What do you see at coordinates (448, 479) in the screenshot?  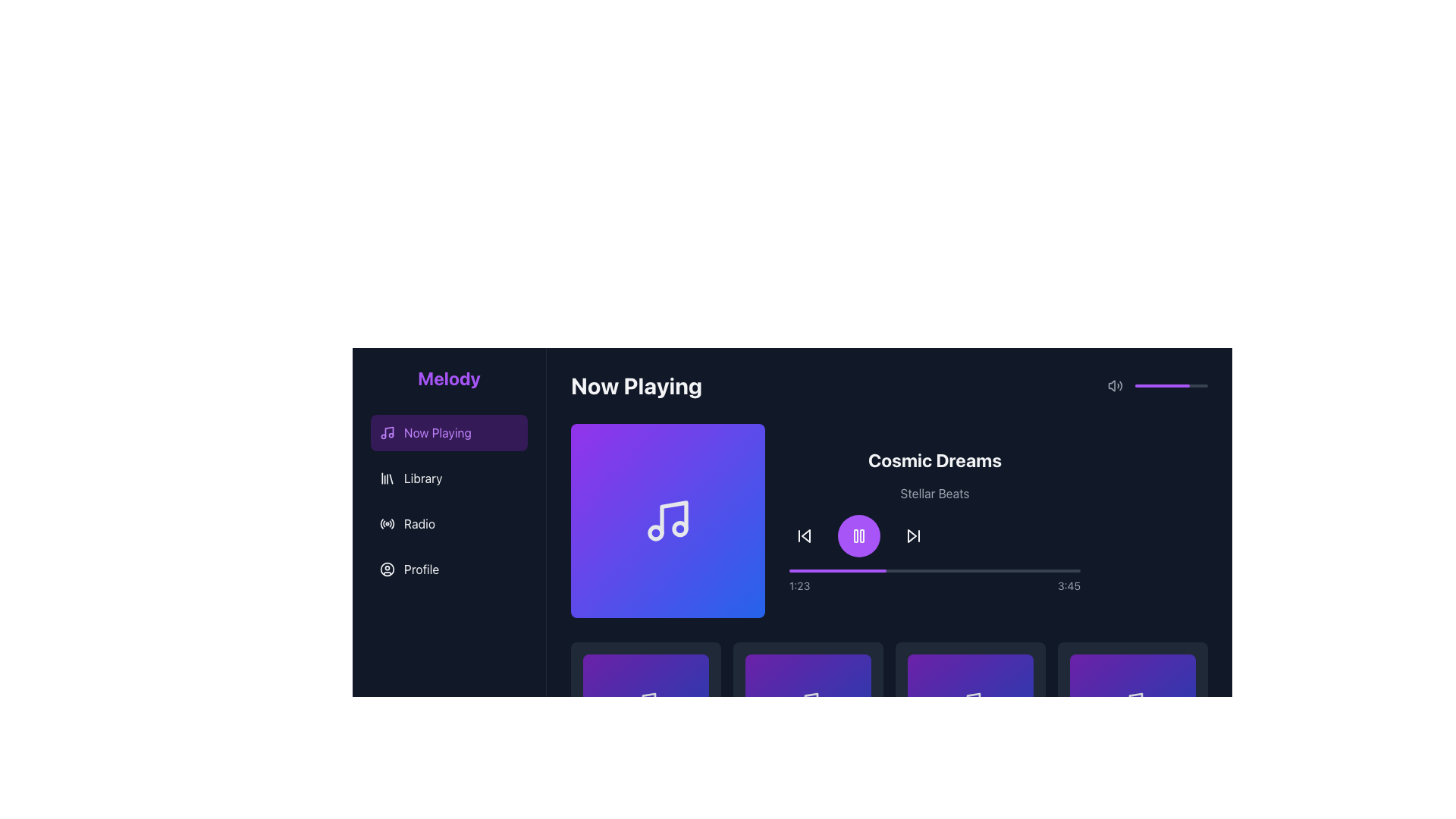 I see `the 'Library' button in the left sidebar navigation menu` at bounding box center [448, 479].